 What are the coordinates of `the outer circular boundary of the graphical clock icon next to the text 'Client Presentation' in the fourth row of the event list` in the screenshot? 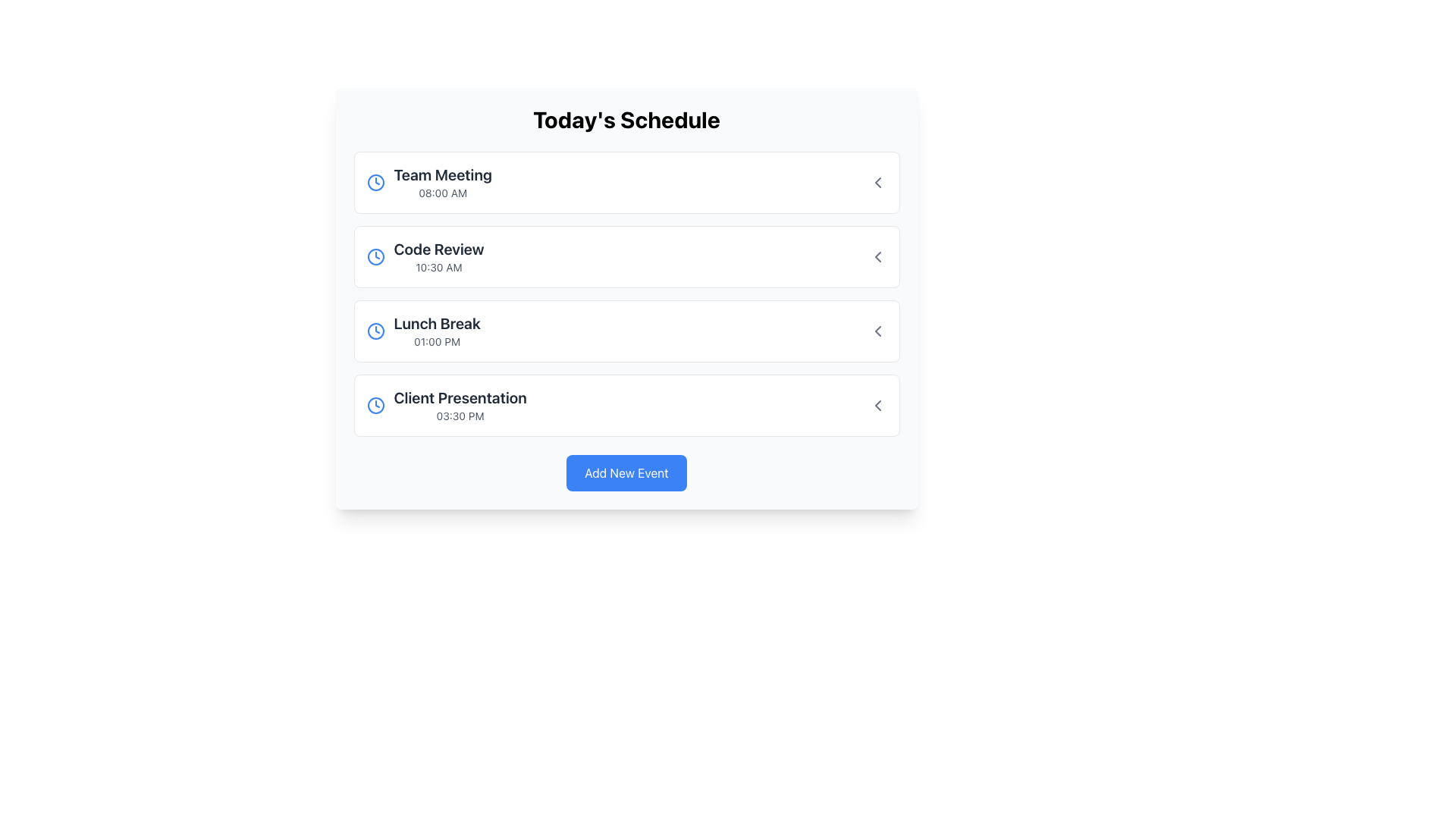 It's located at (375, 405).